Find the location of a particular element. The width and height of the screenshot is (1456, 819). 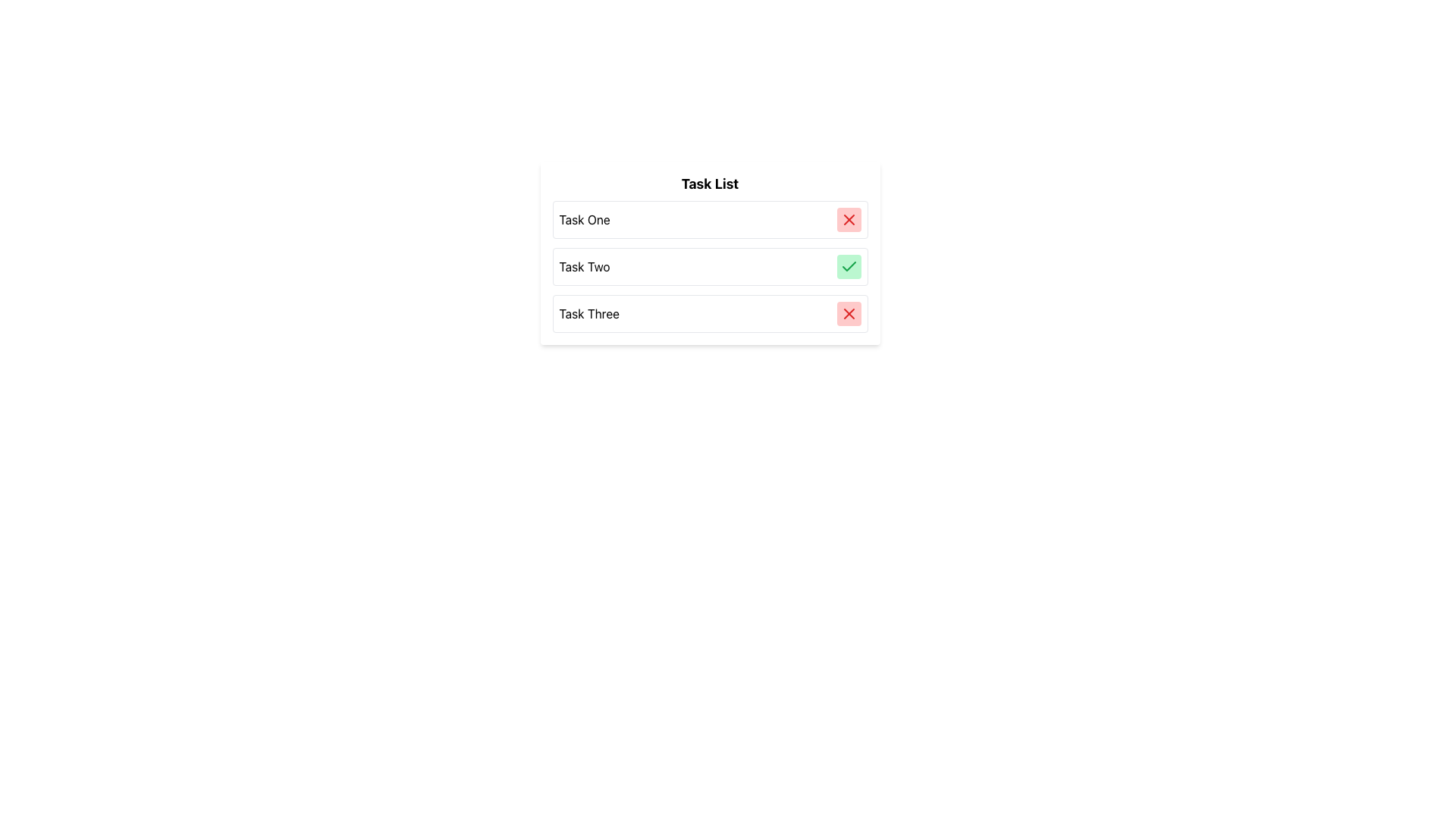

the small green button with a checkmark icon located to the right of the text 'Task Two' to mark the task as completed is located at coordinates (848, 265).